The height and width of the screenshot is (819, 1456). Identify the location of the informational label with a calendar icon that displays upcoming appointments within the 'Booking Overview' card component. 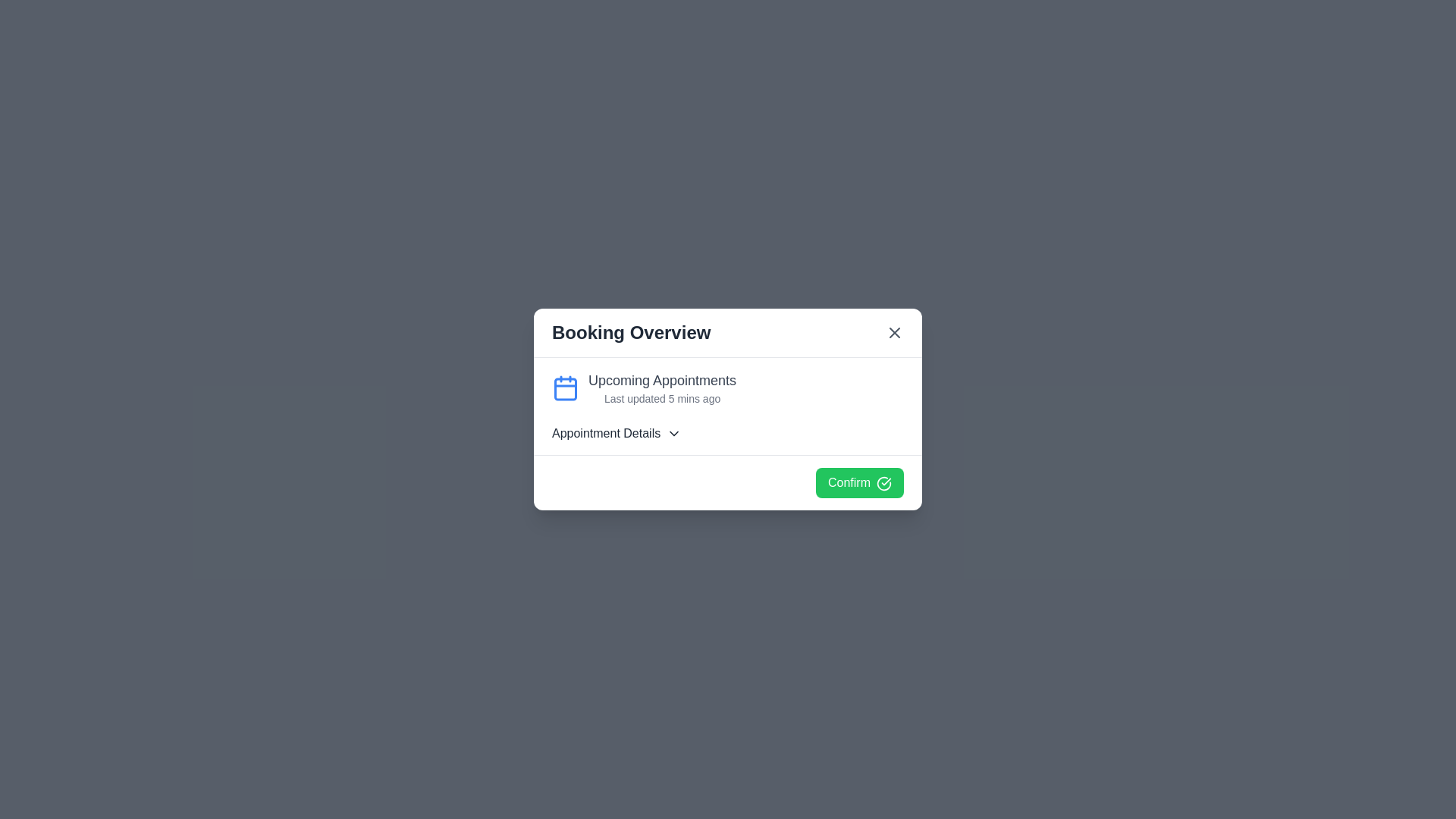
(728, 388).